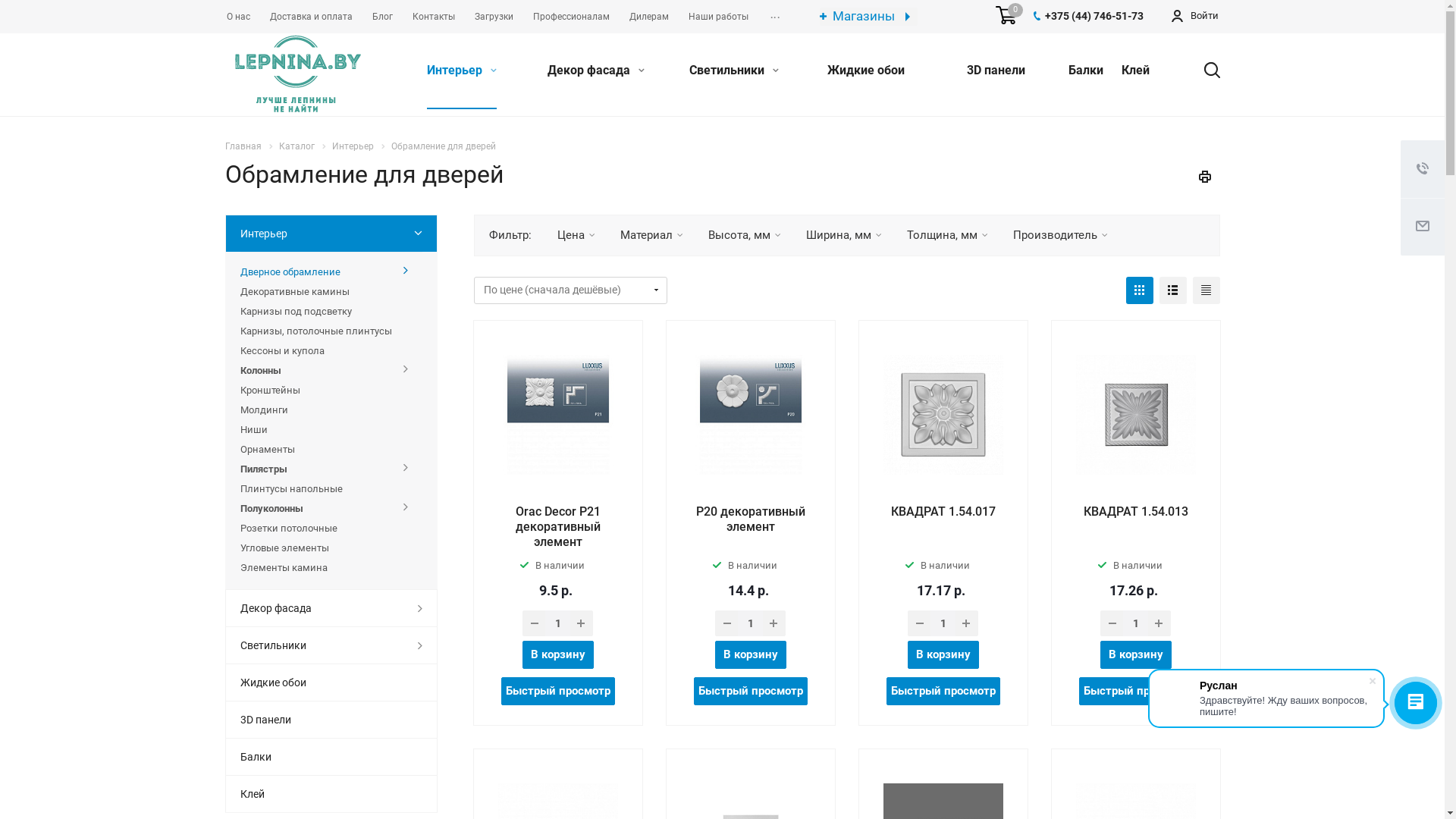 The height and width of the screenshot is (819, 1456). Describe the element at coordinates (1005, 15) in the screenshot. I see `'0'` at that location.